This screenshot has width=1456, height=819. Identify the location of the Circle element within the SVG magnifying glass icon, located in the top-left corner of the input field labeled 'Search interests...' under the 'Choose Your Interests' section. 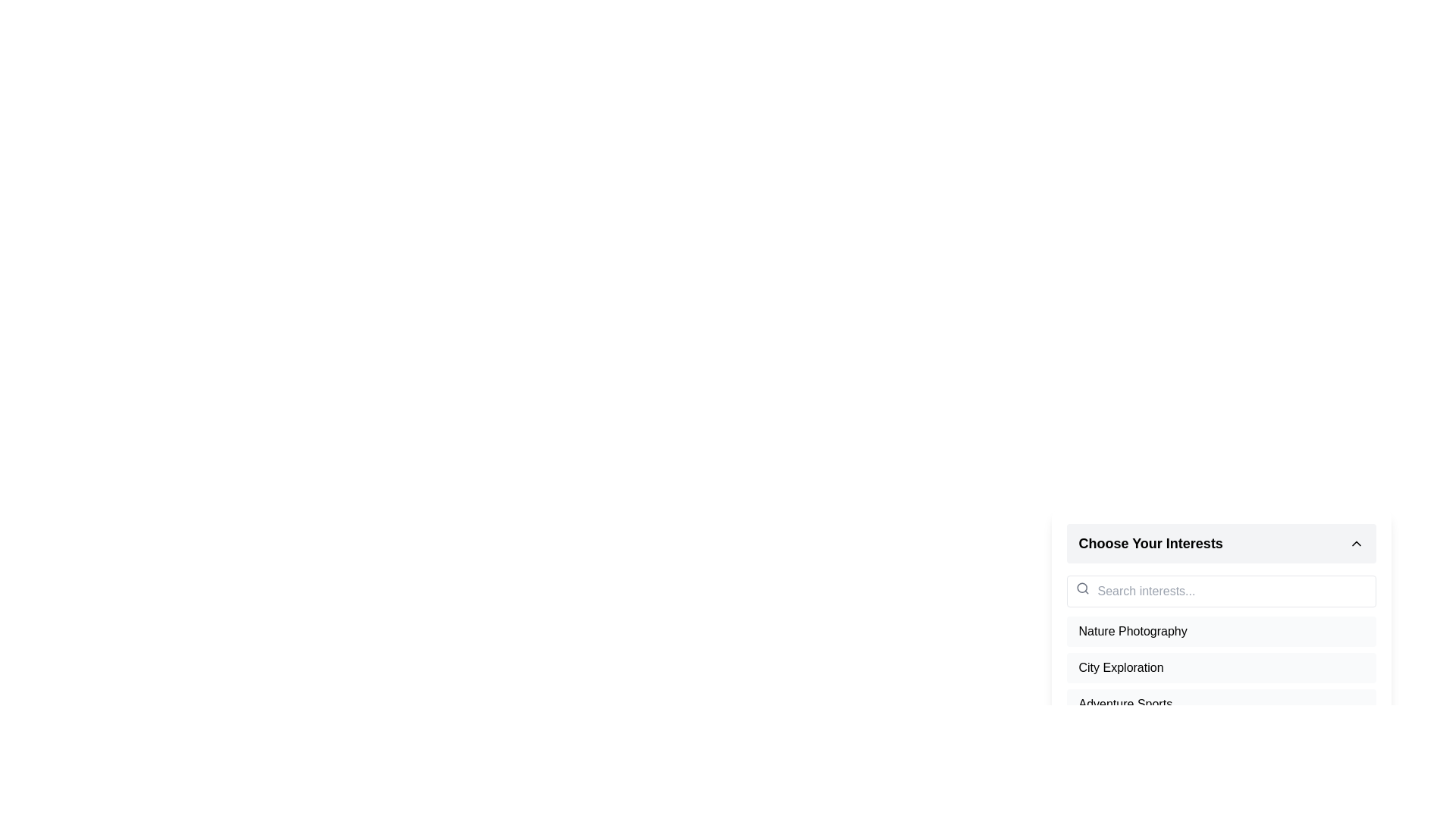
(1081, 587).